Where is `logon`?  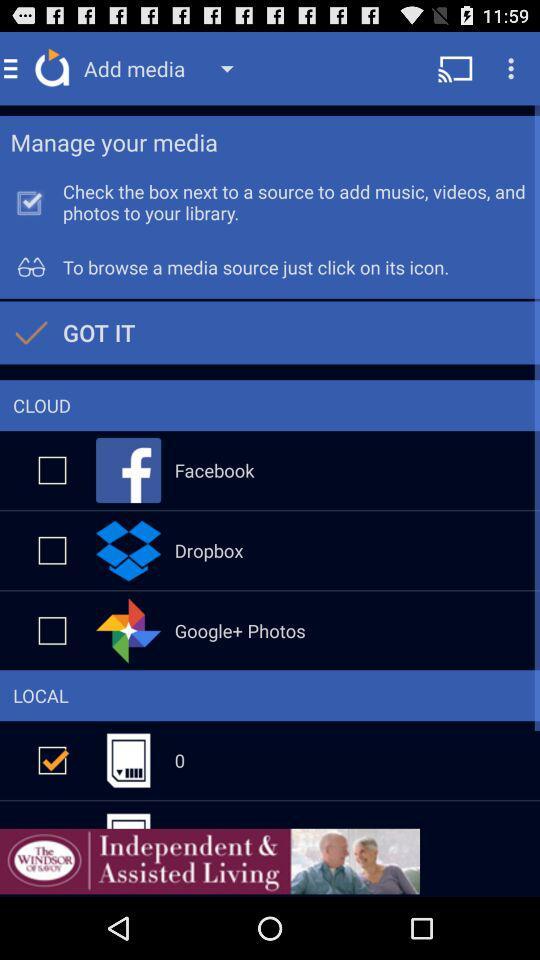
logon is located at coordinates (52, 629).